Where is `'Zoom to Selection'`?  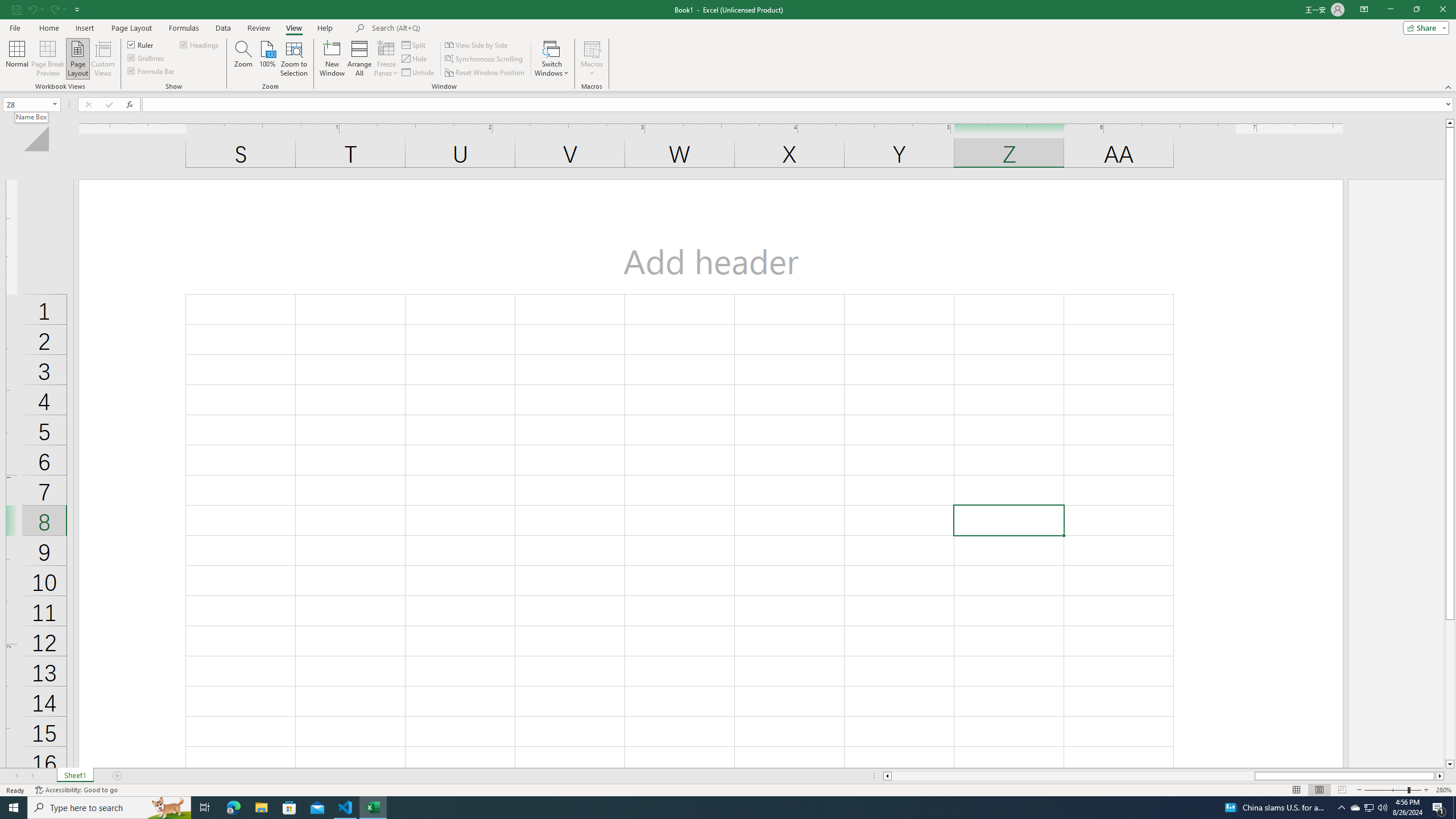
'Zoom to Selection' is located at coordinates (294, 59).